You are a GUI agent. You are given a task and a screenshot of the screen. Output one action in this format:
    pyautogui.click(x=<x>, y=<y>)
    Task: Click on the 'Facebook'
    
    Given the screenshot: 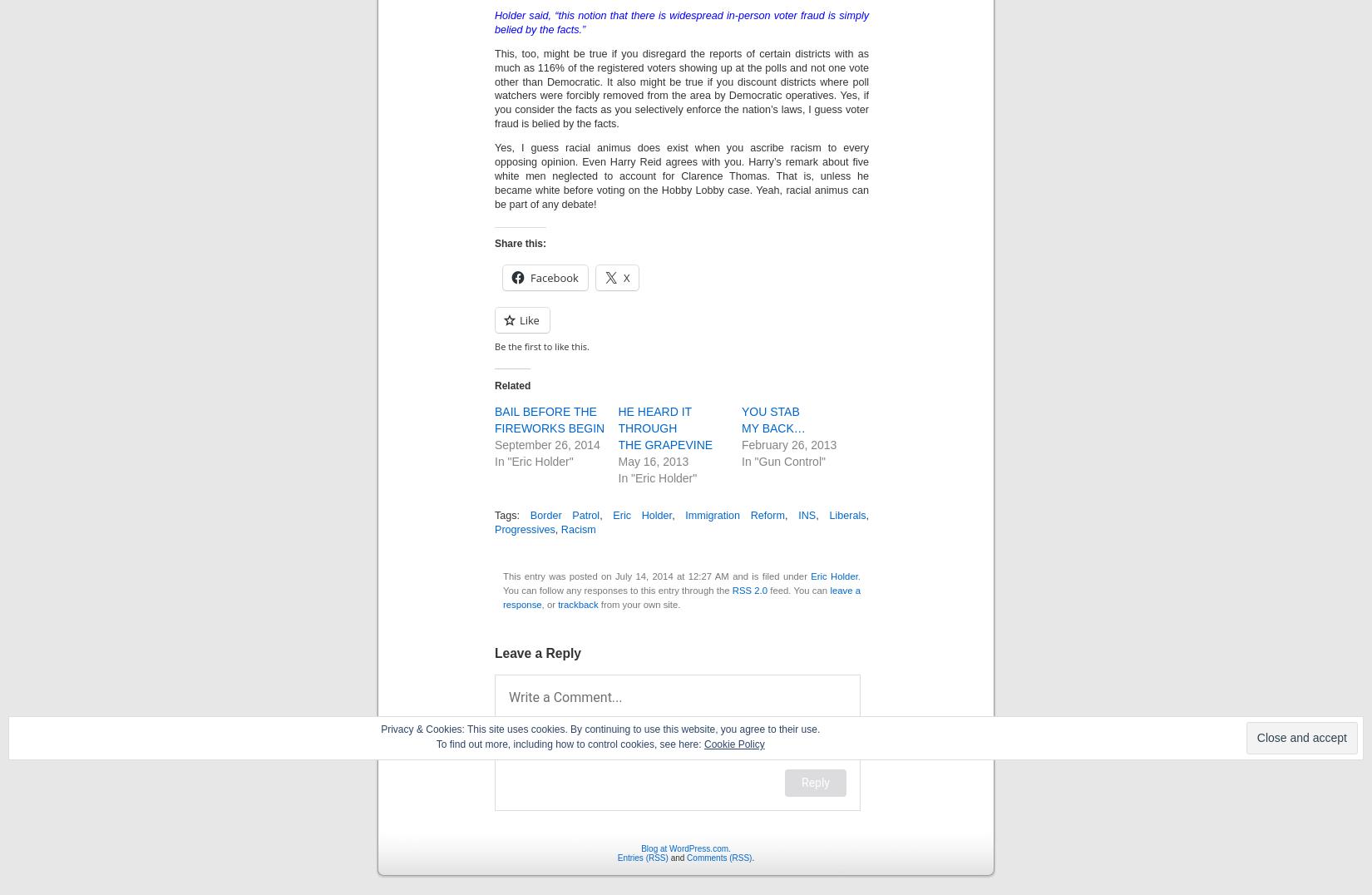 What is the action you would take?
    pyautogui.click(x=553, y=277)
    